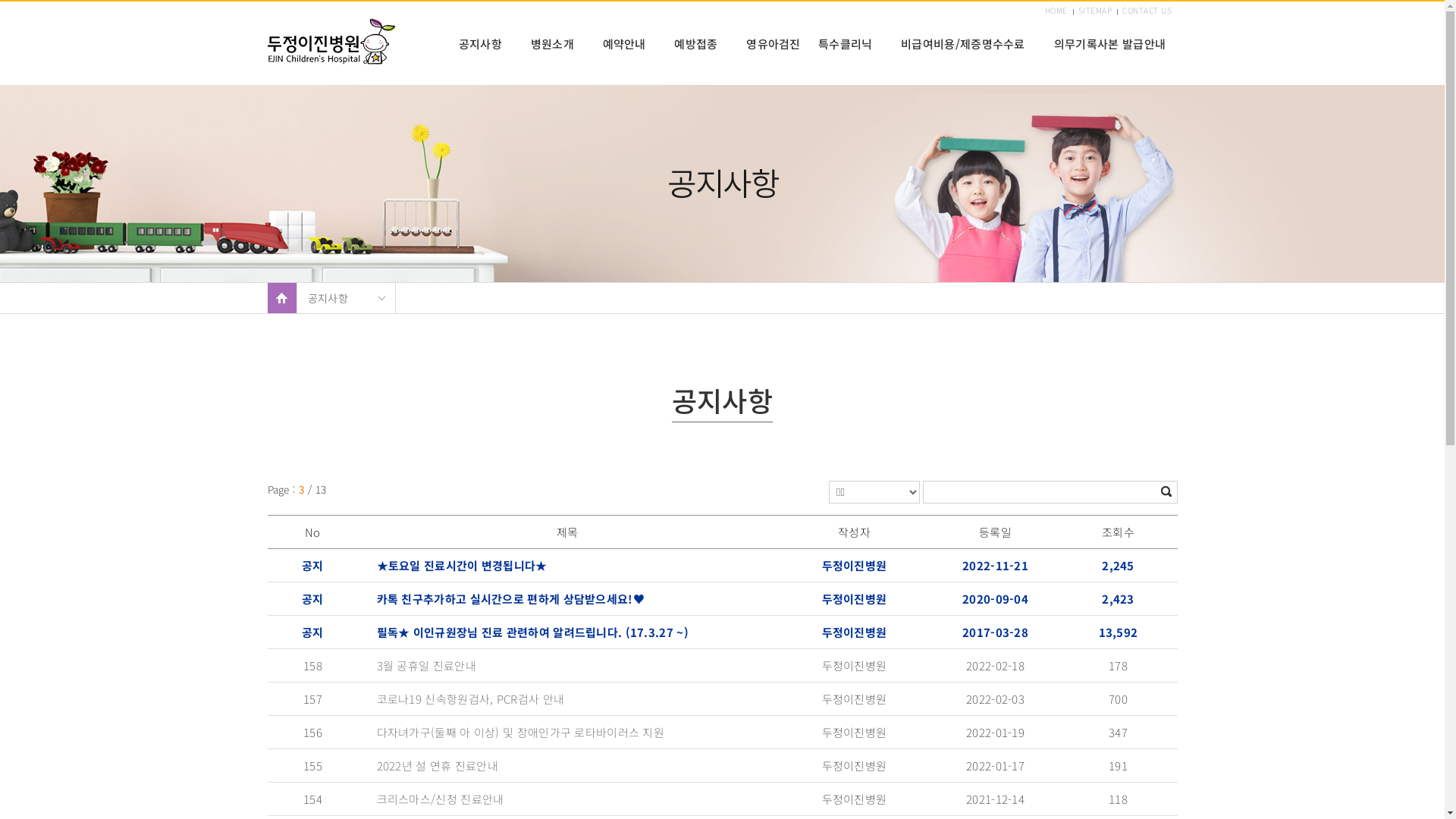  Describe the element at coordinates (1147, 11) in the screenshot. I see `'CONTACT US'` at that location.